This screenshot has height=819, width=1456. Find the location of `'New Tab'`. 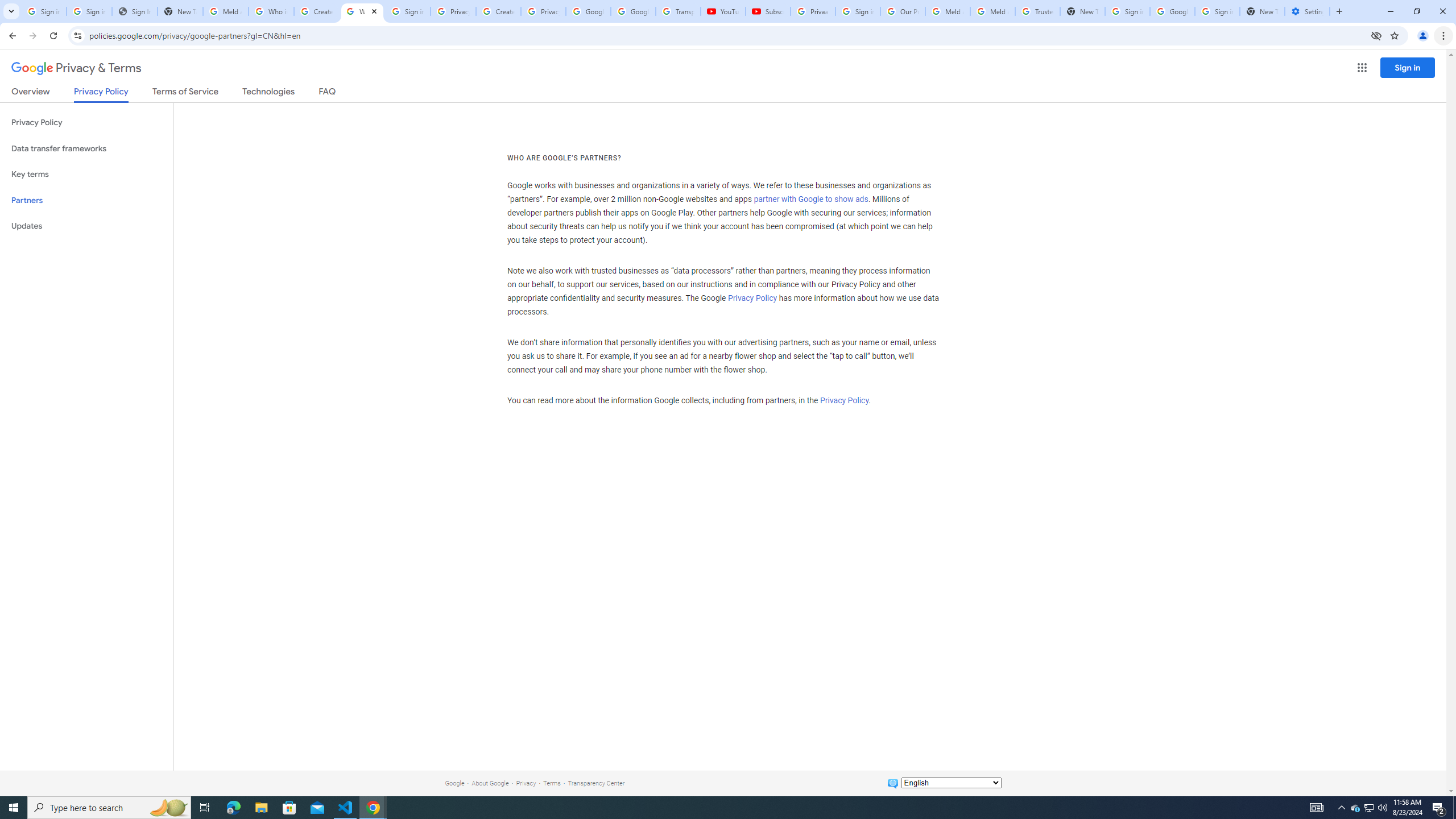

'New Tab' is located at coordinates (1261, 11).